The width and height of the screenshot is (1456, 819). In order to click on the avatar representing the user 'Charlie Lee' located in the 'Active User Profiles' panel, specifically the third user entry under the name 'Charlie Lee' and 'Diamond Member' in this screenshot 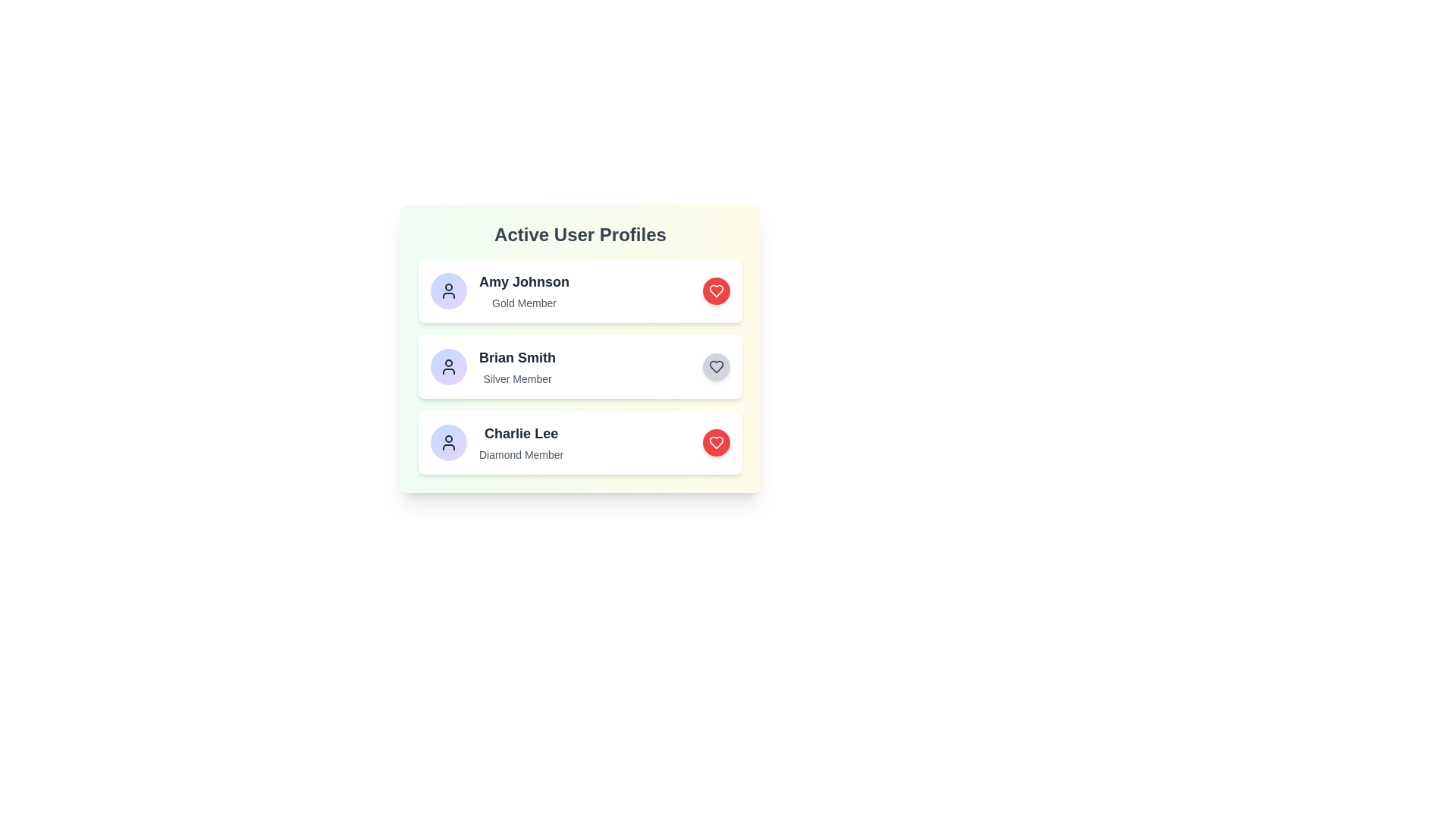, I will do `click(447, 442)`.